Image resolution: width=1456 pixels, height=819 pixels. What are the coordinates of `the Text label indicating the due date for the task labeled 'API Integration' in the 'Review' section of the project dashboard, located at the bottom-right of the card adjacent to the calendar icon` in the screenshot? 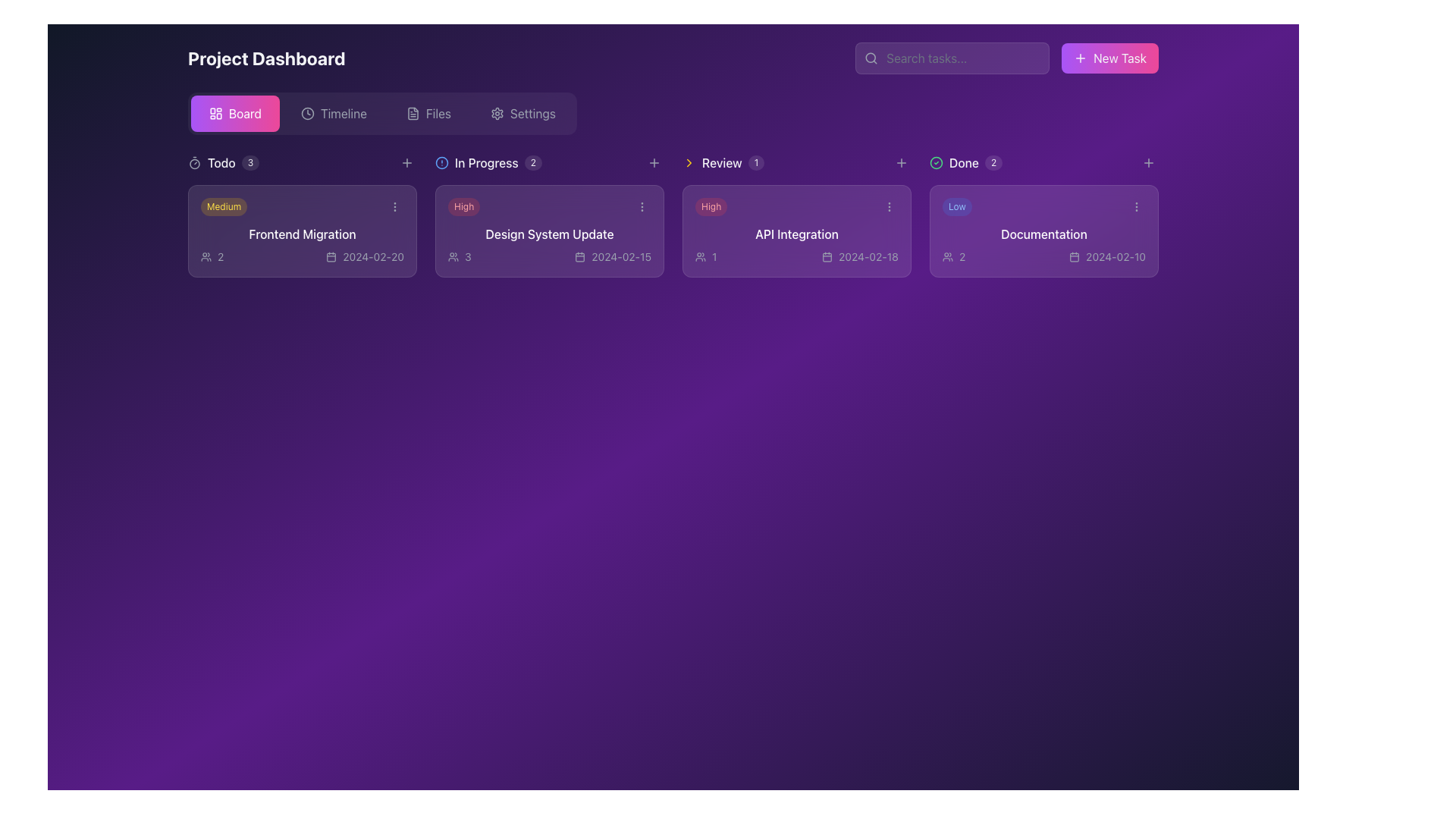 It's located at (868, 256).